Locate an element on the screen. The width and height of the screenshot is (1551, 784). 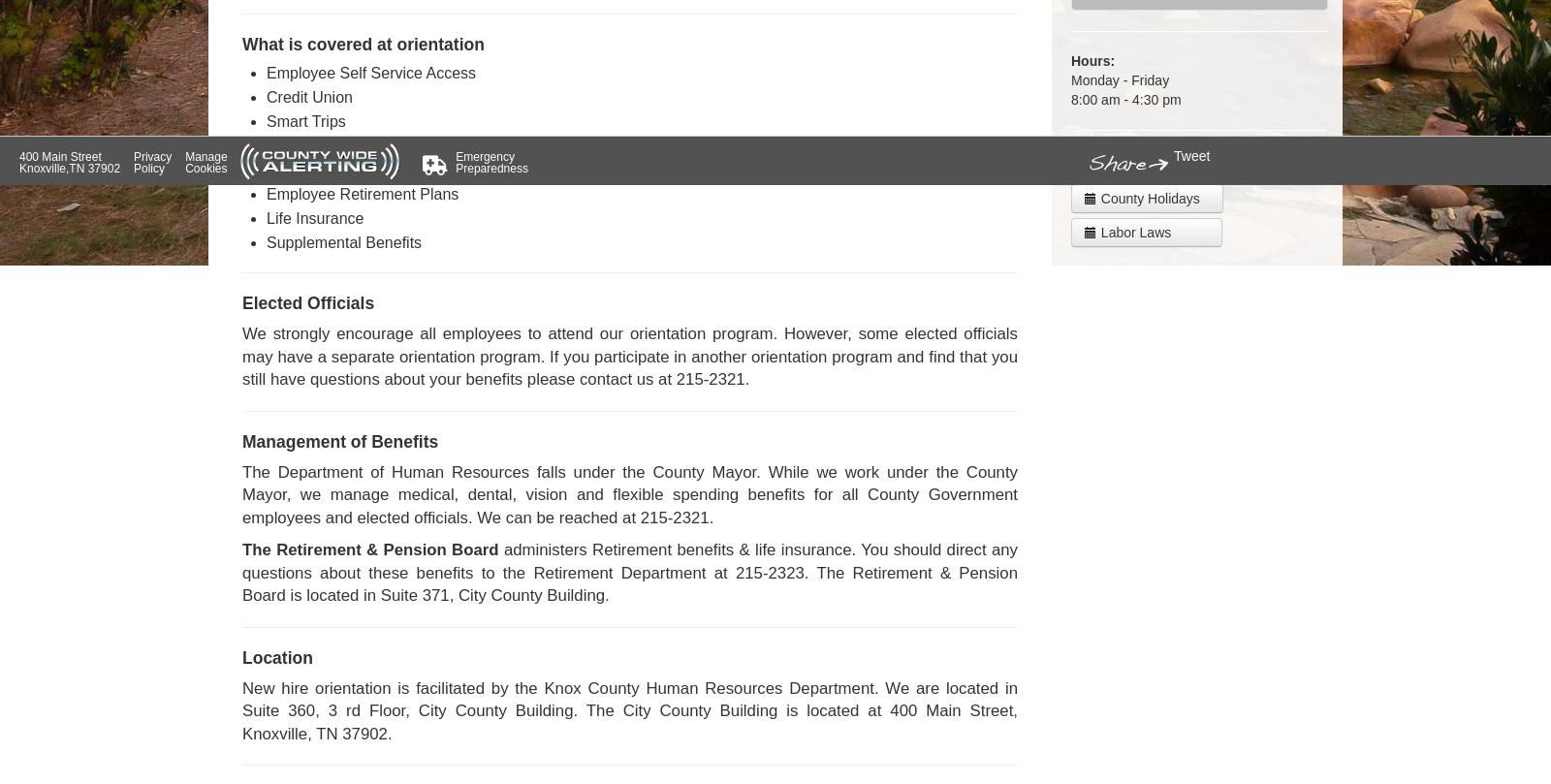
'Employee Self Service Access' is located at coordinates (371, 73).